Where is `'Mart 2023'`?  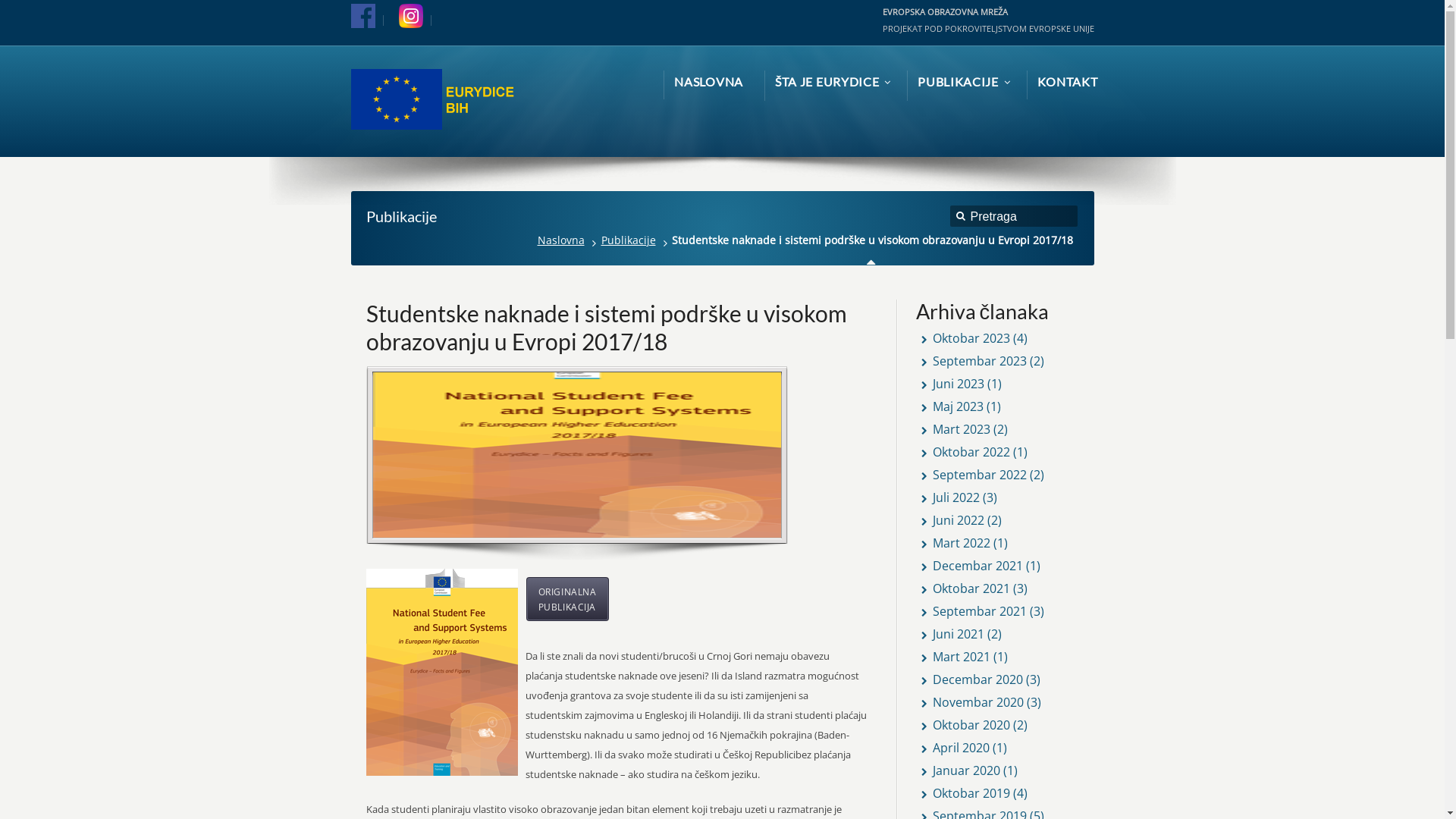 'Mart 2023' is located at coordinates (960, 429).